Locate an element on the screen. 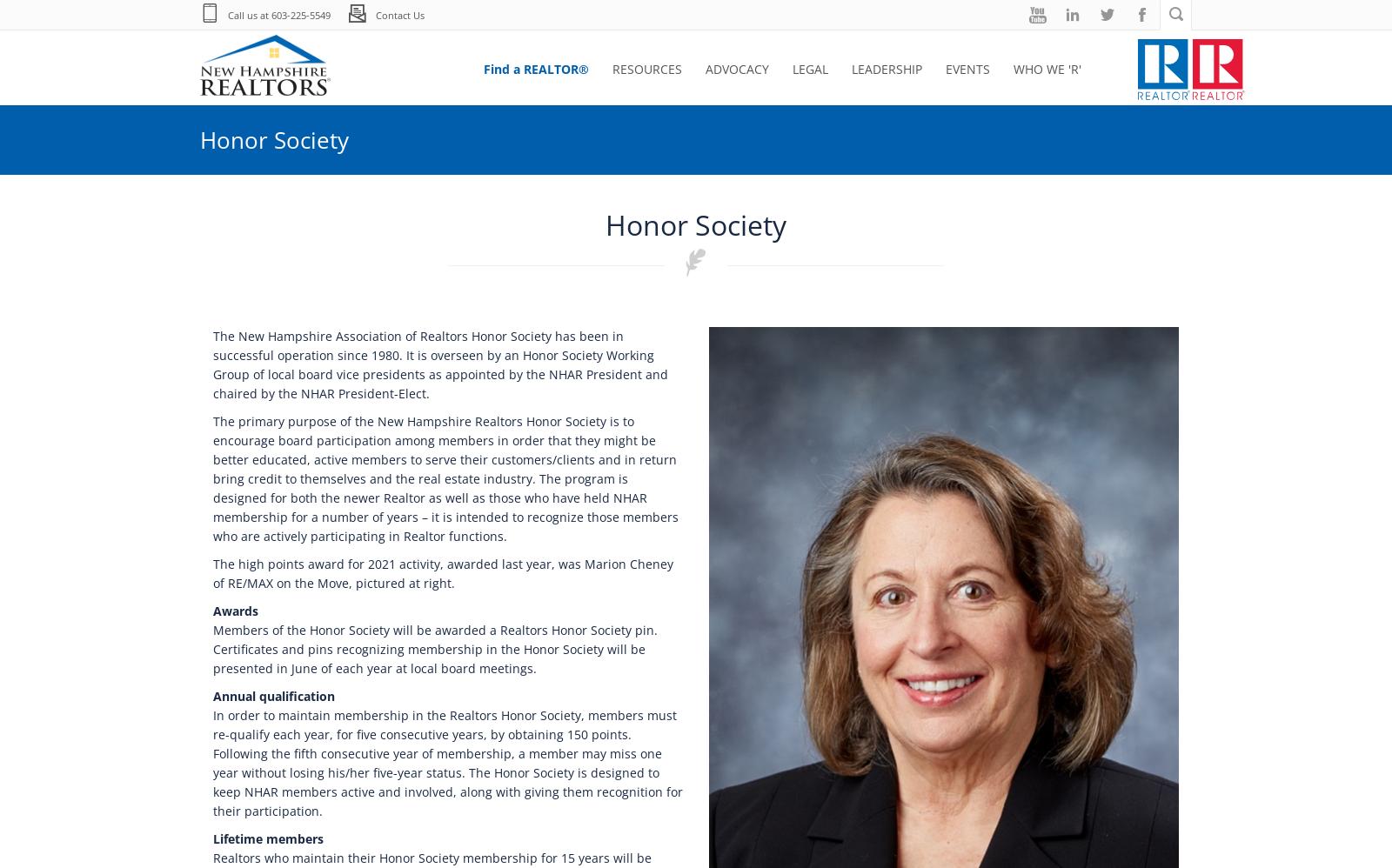 The width and height of the screenshot is (1392, 868). 'Members of the Honor Society will be awarded a Realtors Honor Society pin. Certificates and pins recognizing membership in the Honor Society will be presented in June of each year at local board meetings.' is located at coordinates (434, 649).